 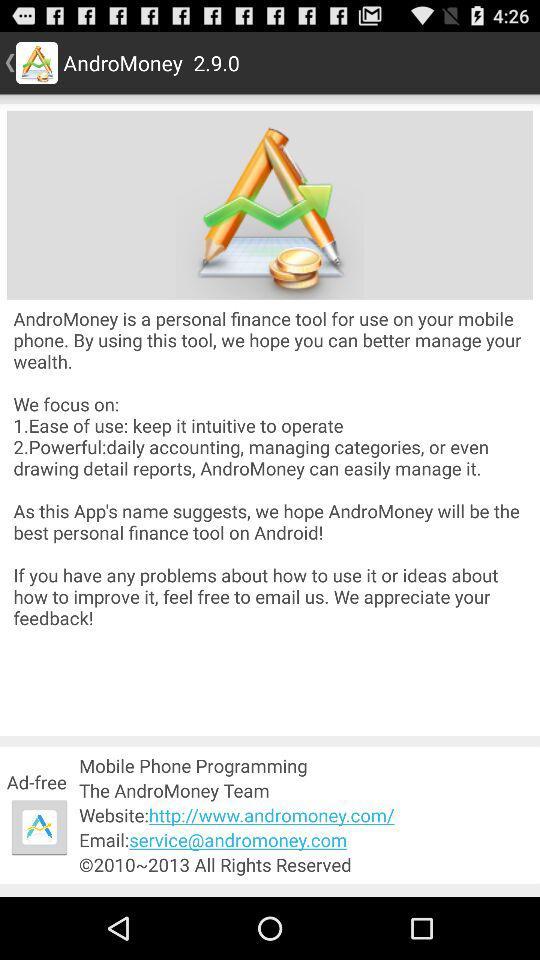 What do you see at coordinates (306, 815) in the screenshot?
I see `the website address` at bounding box center [306, 815].